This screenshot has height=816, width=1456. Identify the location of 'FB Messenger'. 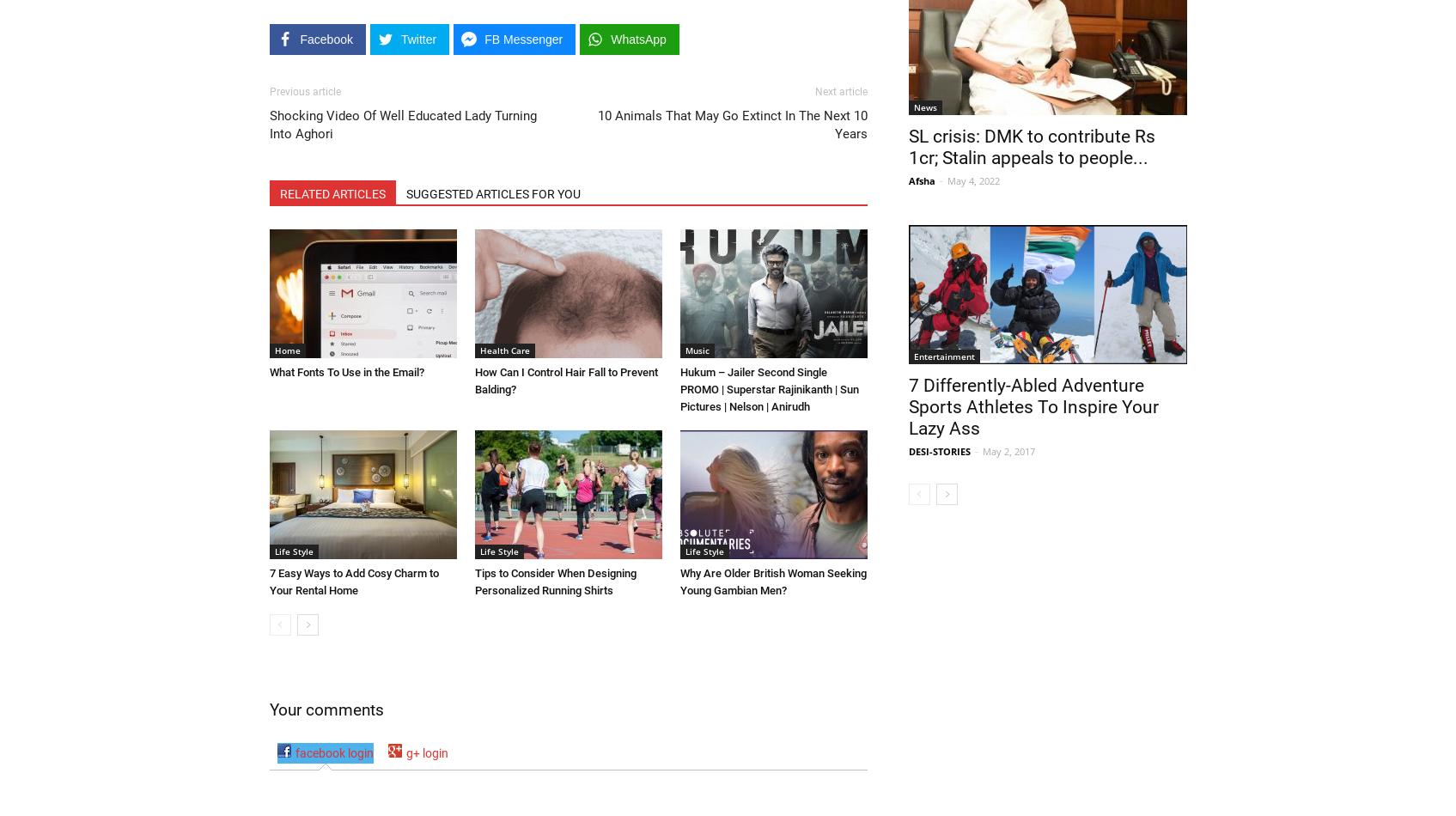
(522, 39).